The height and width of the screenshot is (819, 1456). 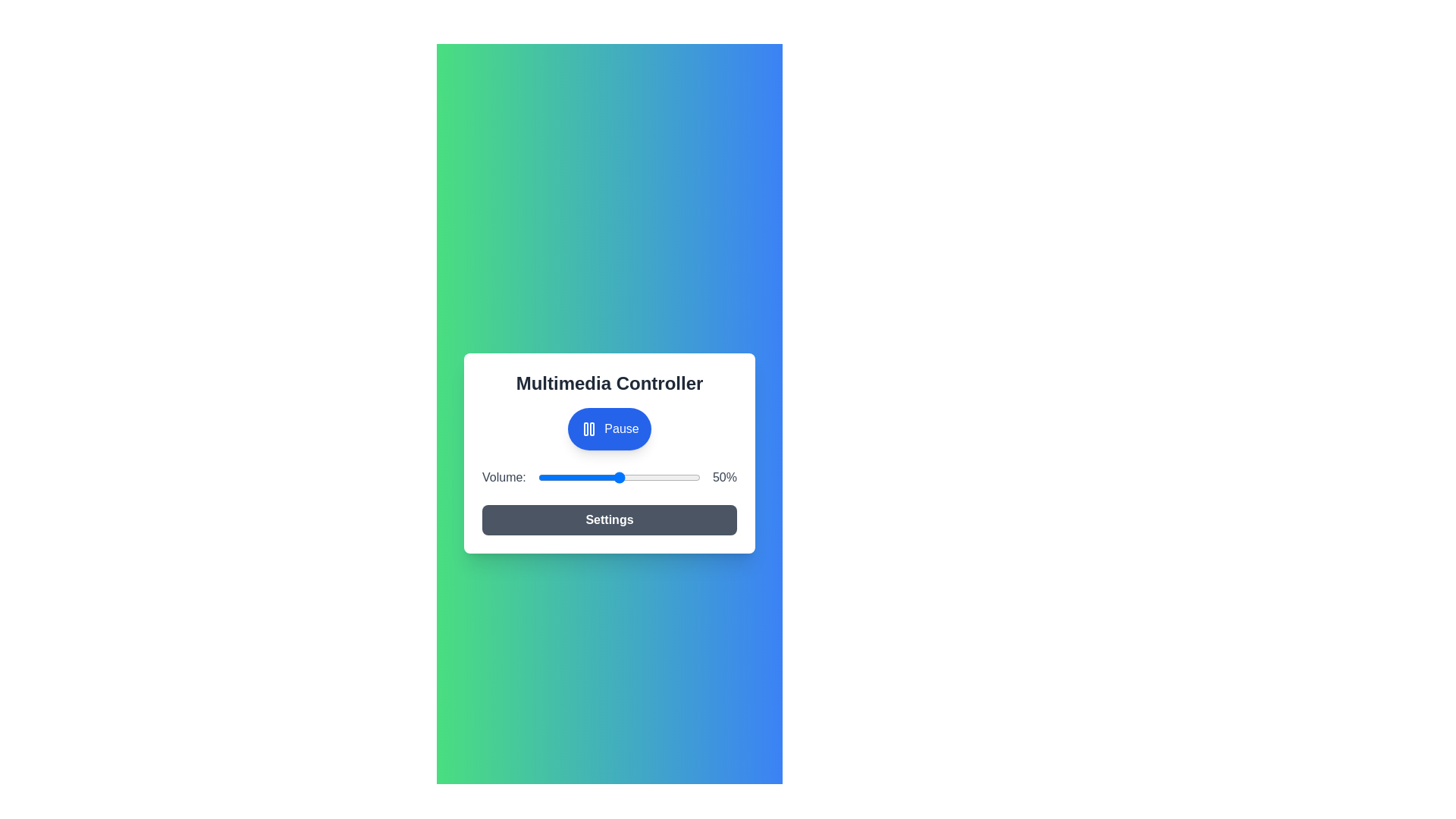 What do you see at coordinates (614, 476) in the screenshot?
I see `the volume` at bounding box center [614, 476].